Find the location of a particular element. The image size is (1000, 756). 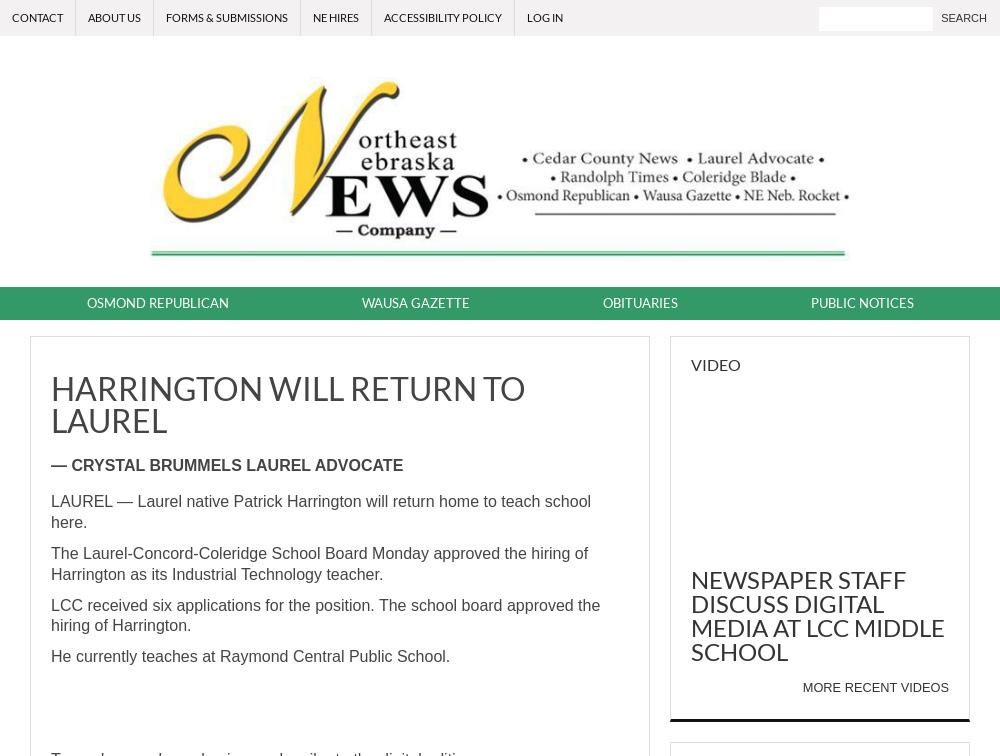

'About Us' is located at coordinates (113, 17).